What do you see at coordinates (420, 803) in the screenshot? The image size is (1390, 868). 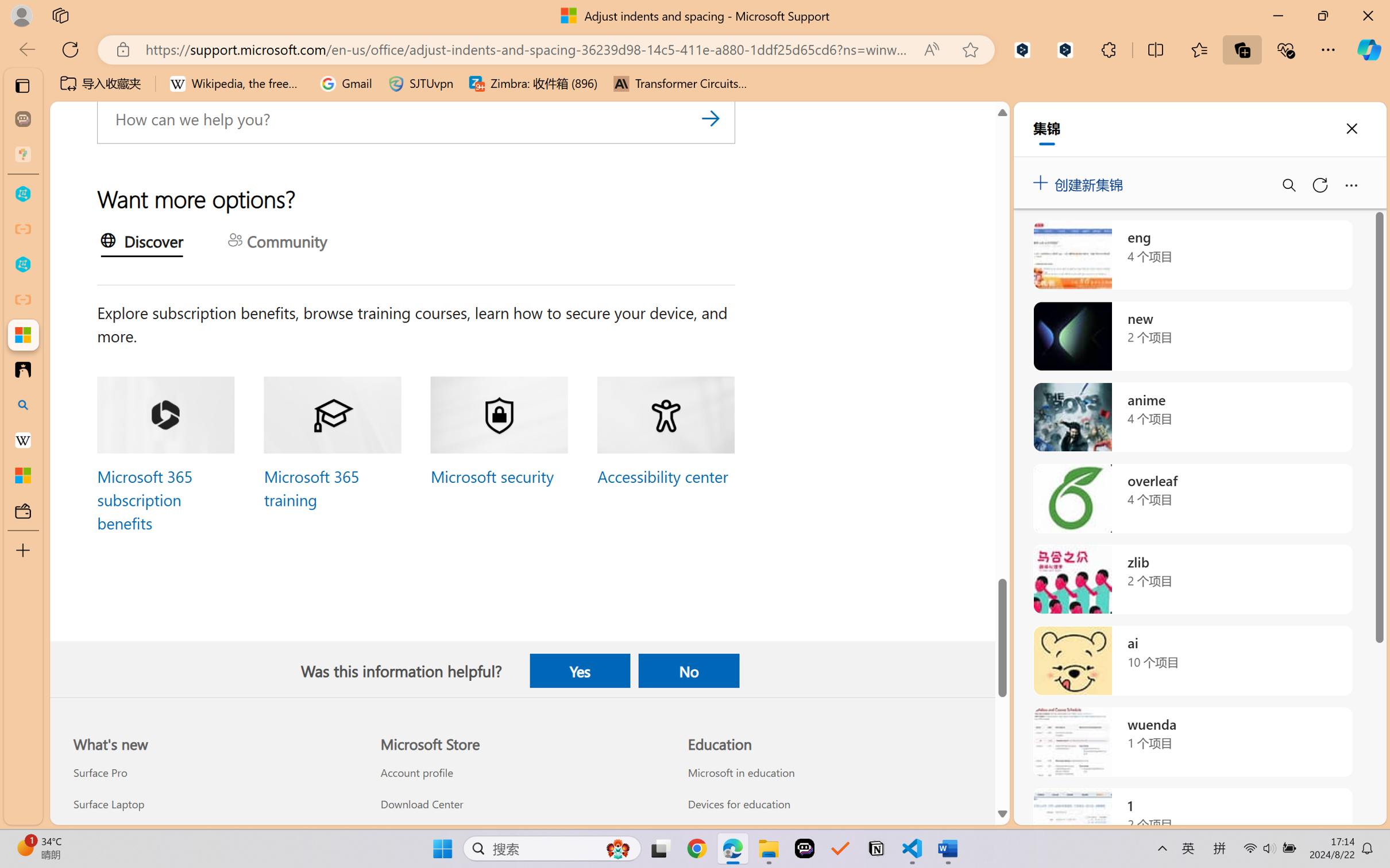 I see `'Download Center Microsoft Store'` at bounding box center [420, 803].